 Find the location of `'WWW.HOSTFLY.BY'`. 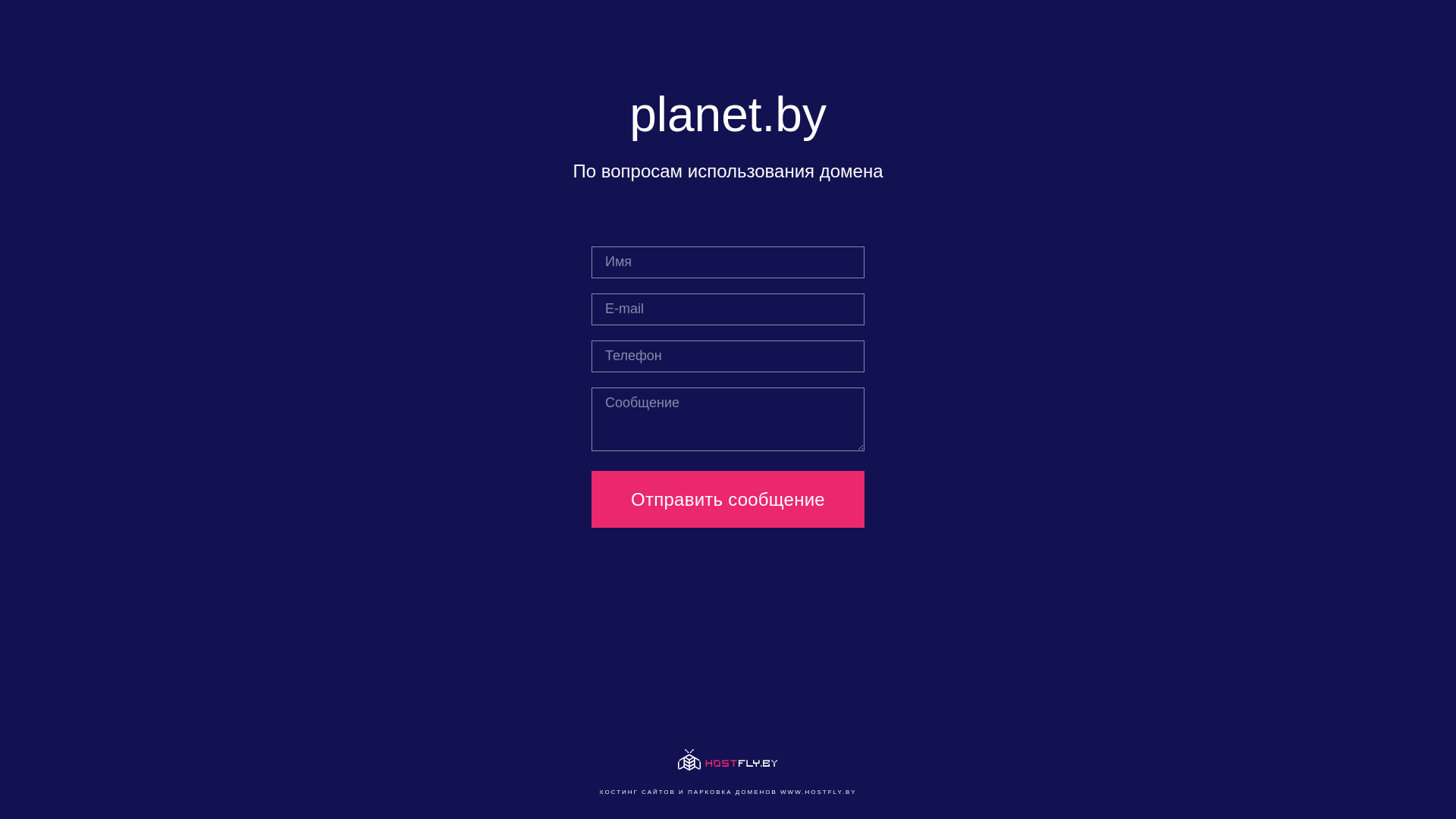

'WWW.HOSTFLY.BY' is located at coordinates (817, 791).